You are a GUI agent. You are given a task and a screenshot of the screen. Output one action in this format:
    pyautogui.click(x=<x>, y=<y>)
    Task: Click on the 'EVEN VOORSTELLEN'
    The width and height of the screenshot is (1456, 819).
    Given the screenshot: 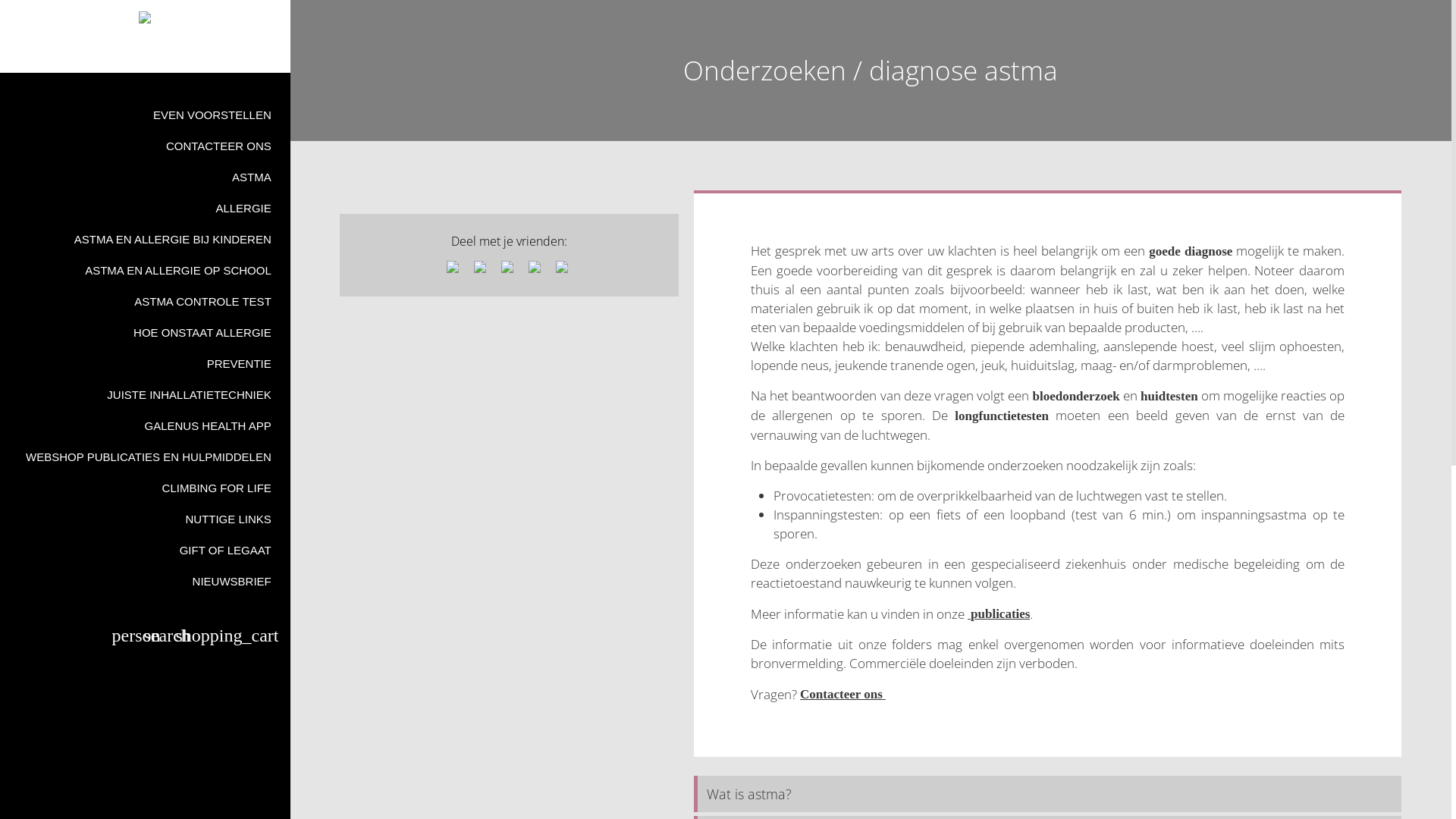 What is the action you would take?
    pyautogui.click(x=145, y=114)
    